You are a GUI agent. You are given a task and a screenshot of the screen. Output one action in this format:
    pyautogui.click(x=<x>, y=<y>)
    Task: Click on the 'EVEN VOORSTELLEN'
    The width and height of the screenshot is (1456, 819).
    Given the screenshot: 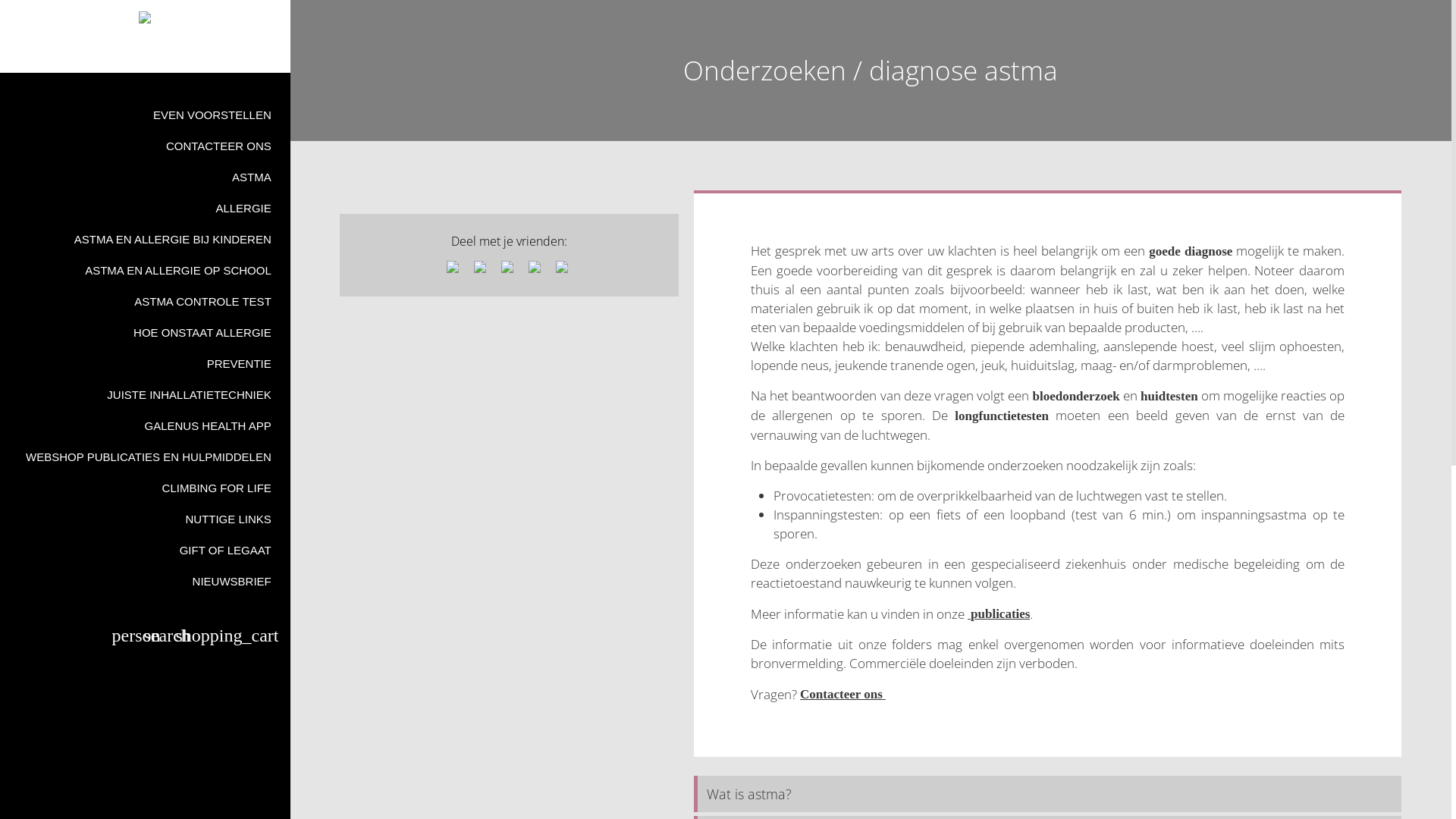 What is the action you would take?
    pyautogui.click(x=145, y=114)
    